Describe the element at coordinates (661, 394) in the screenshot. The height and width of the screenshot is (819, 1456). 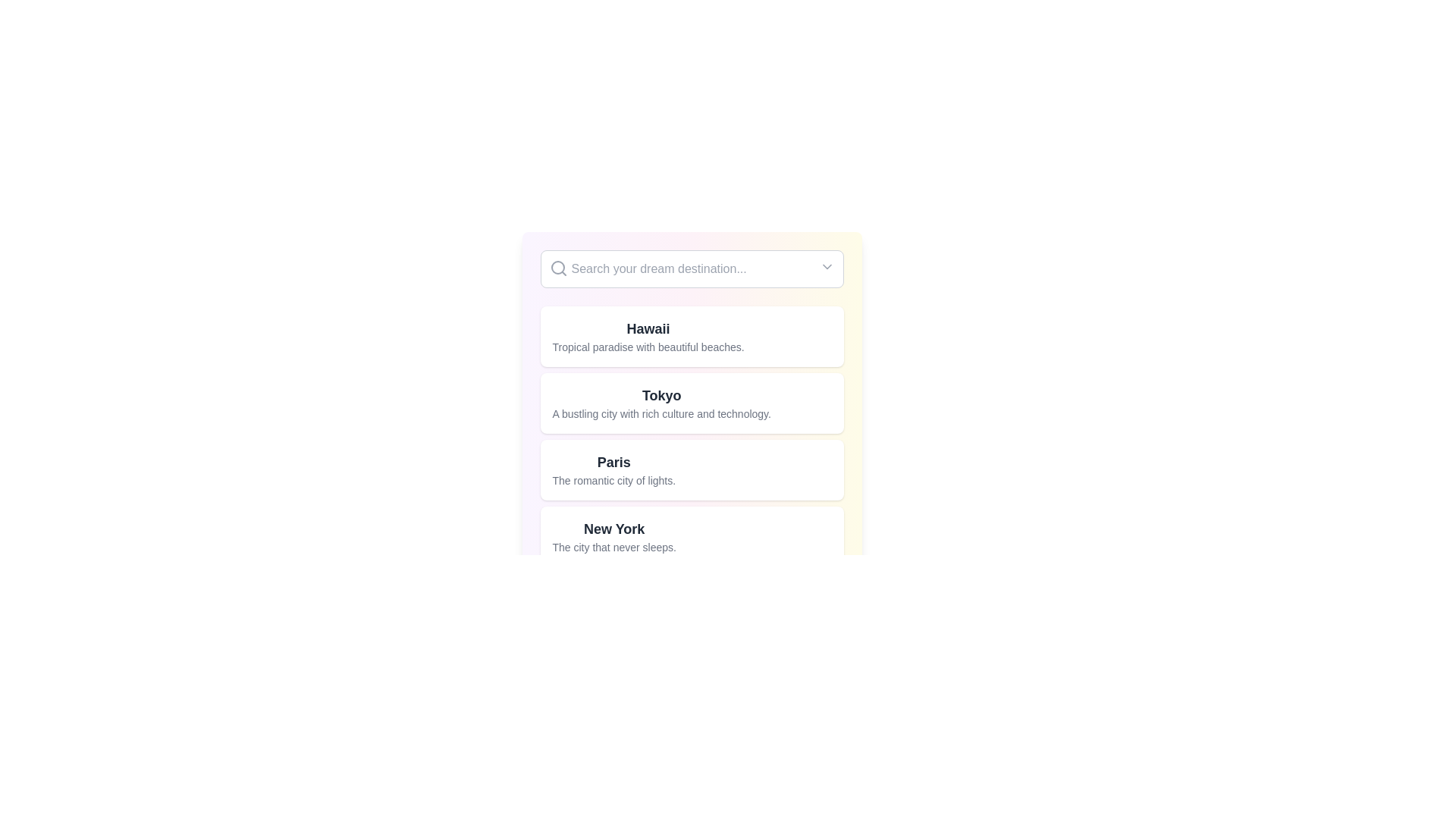
I see `on the bold text label displaying 'Tokyo'` at that location.